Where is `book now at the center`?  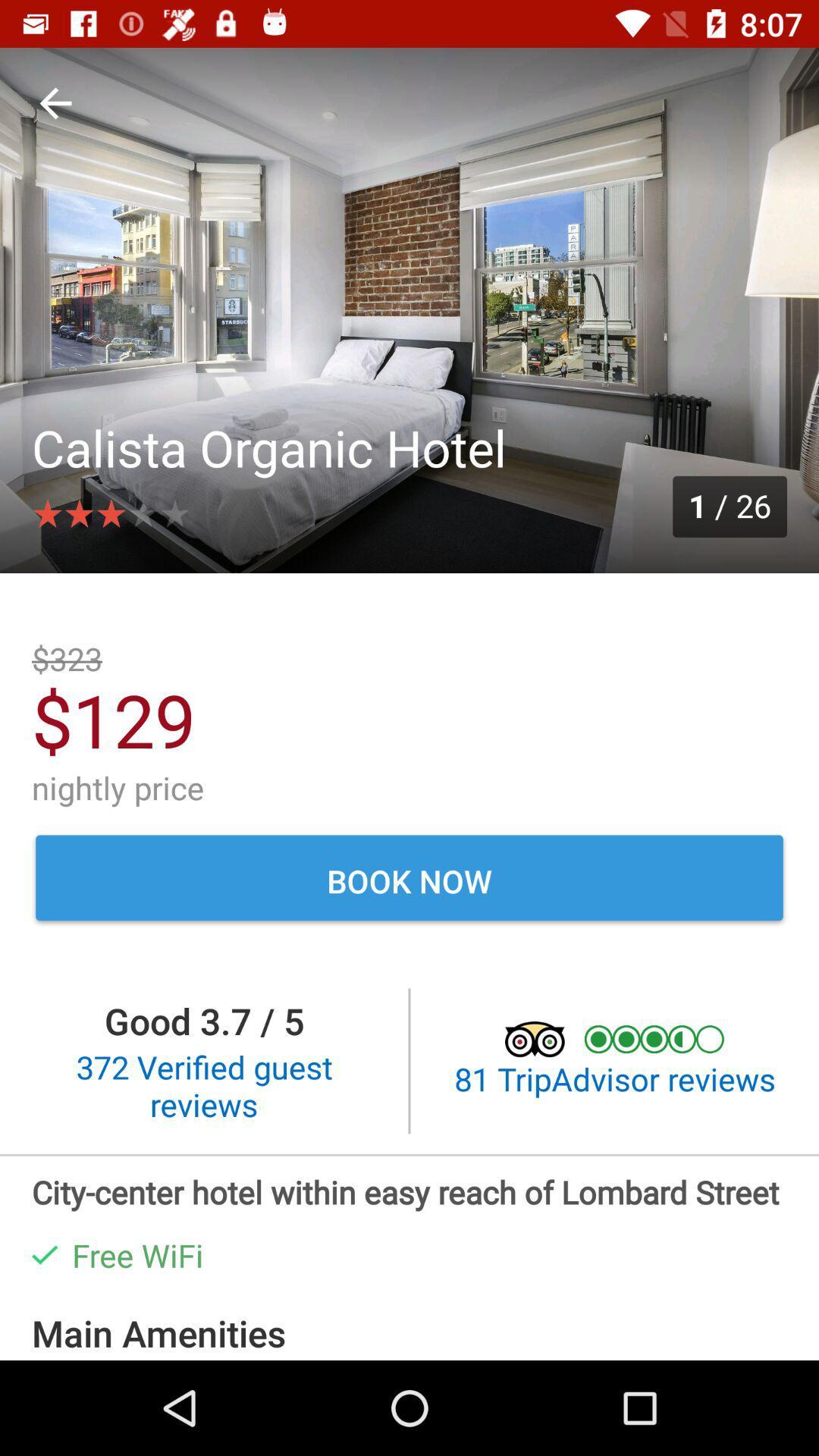 book now at the center is located at coordinates (409, 880).